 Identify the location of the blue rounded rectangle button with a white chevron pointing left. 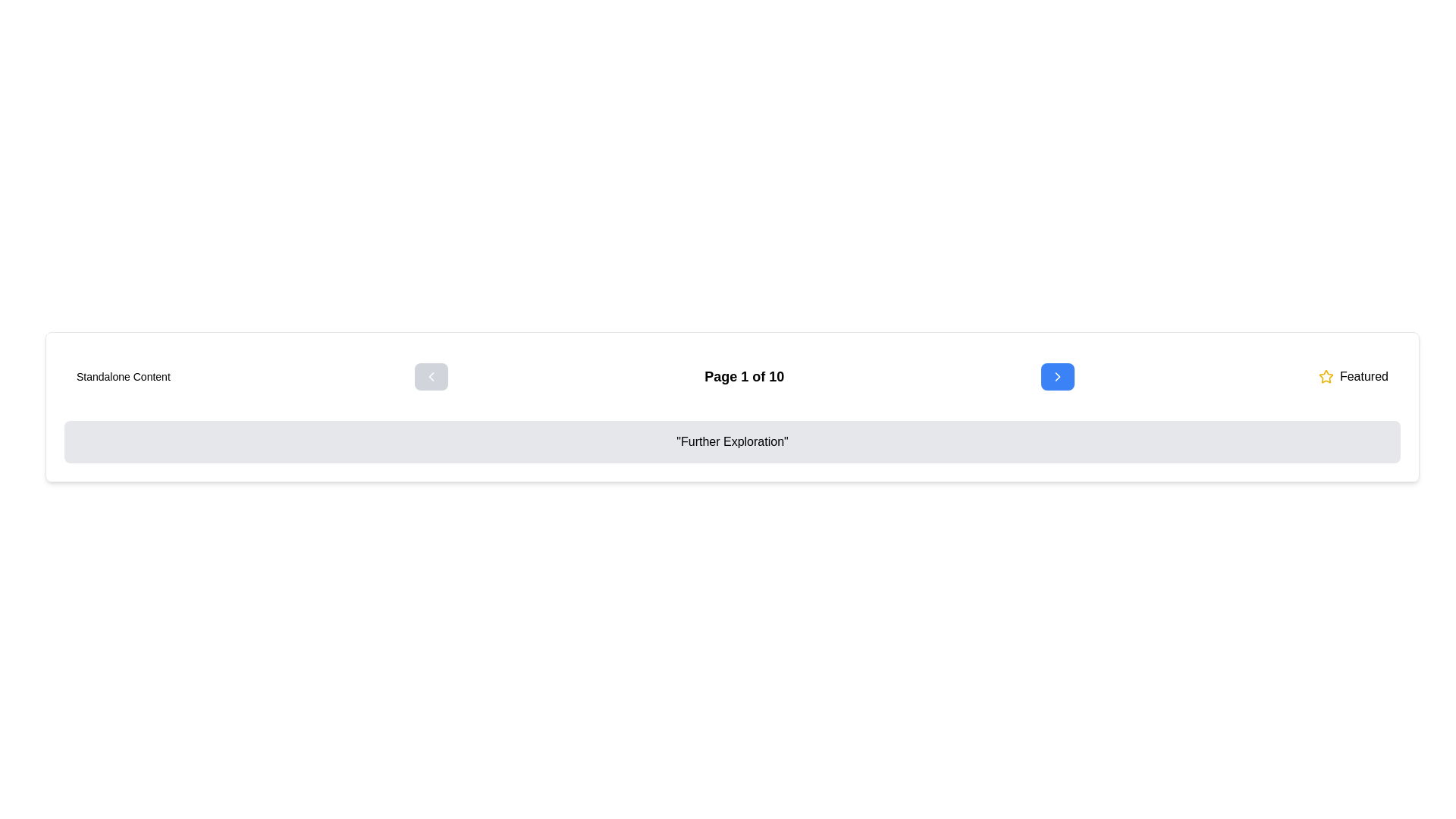
(431, 376).